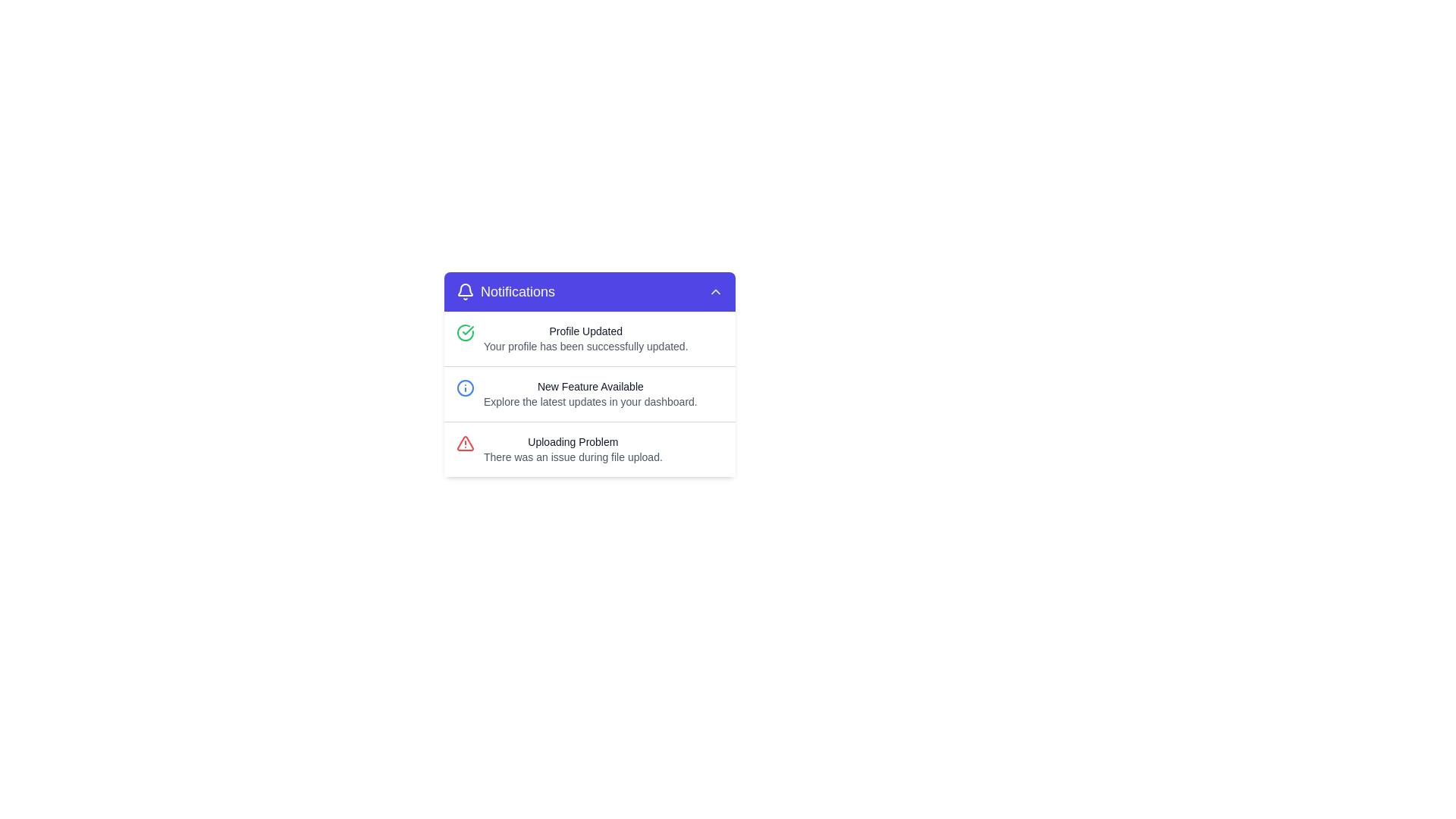 This screenshot has height=819, width=1456. I want to click on the interactive button located in the top-right corner of the notification header bar titled 'Notifications', so click(715, 292).